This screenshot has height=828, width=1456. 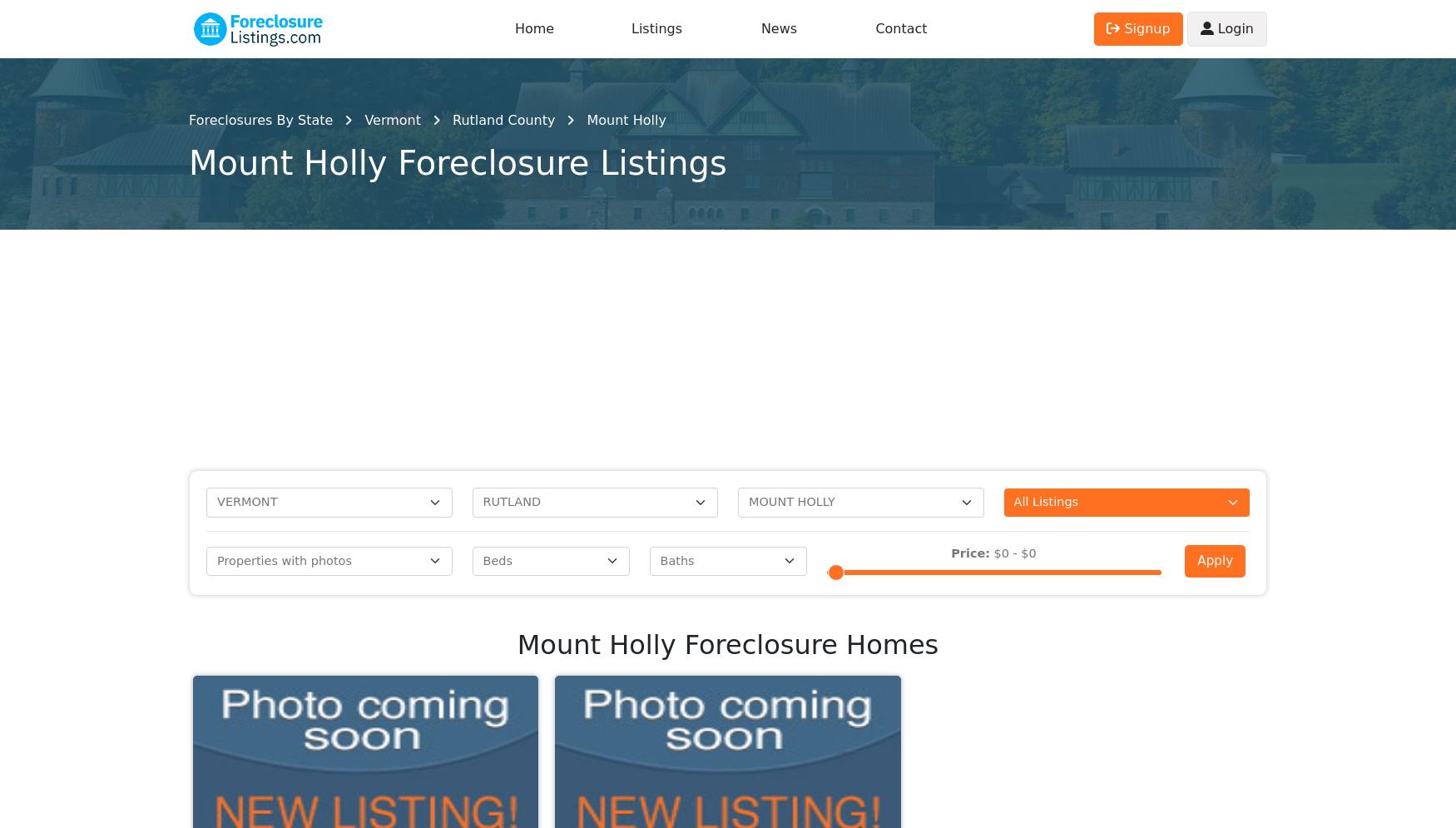 I want to click on 'West Pawlet, VT', so click(x=652, y=149).